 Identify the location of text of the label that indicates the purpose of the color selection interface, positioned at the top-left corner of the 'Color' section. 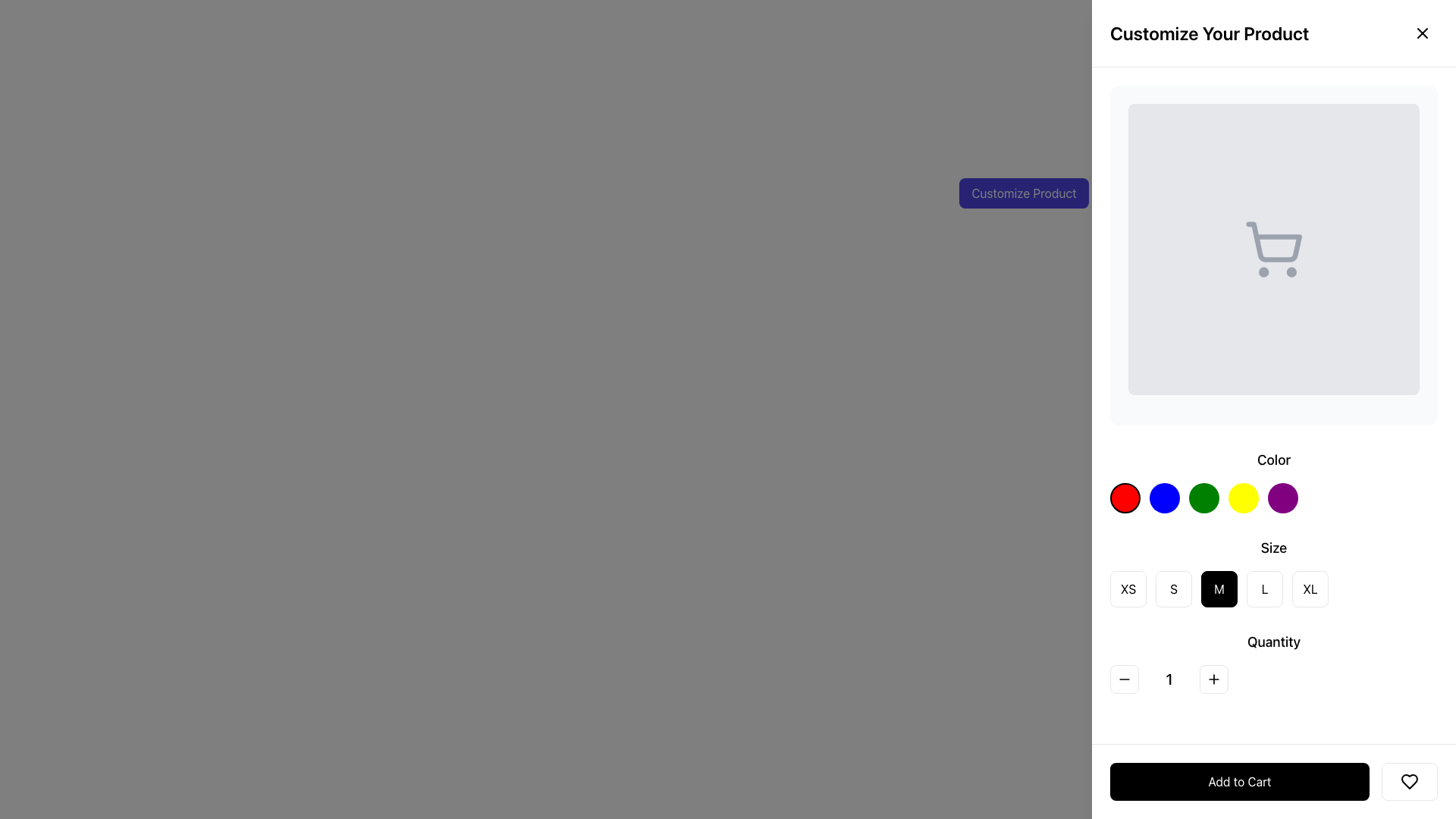
(1274, 459).